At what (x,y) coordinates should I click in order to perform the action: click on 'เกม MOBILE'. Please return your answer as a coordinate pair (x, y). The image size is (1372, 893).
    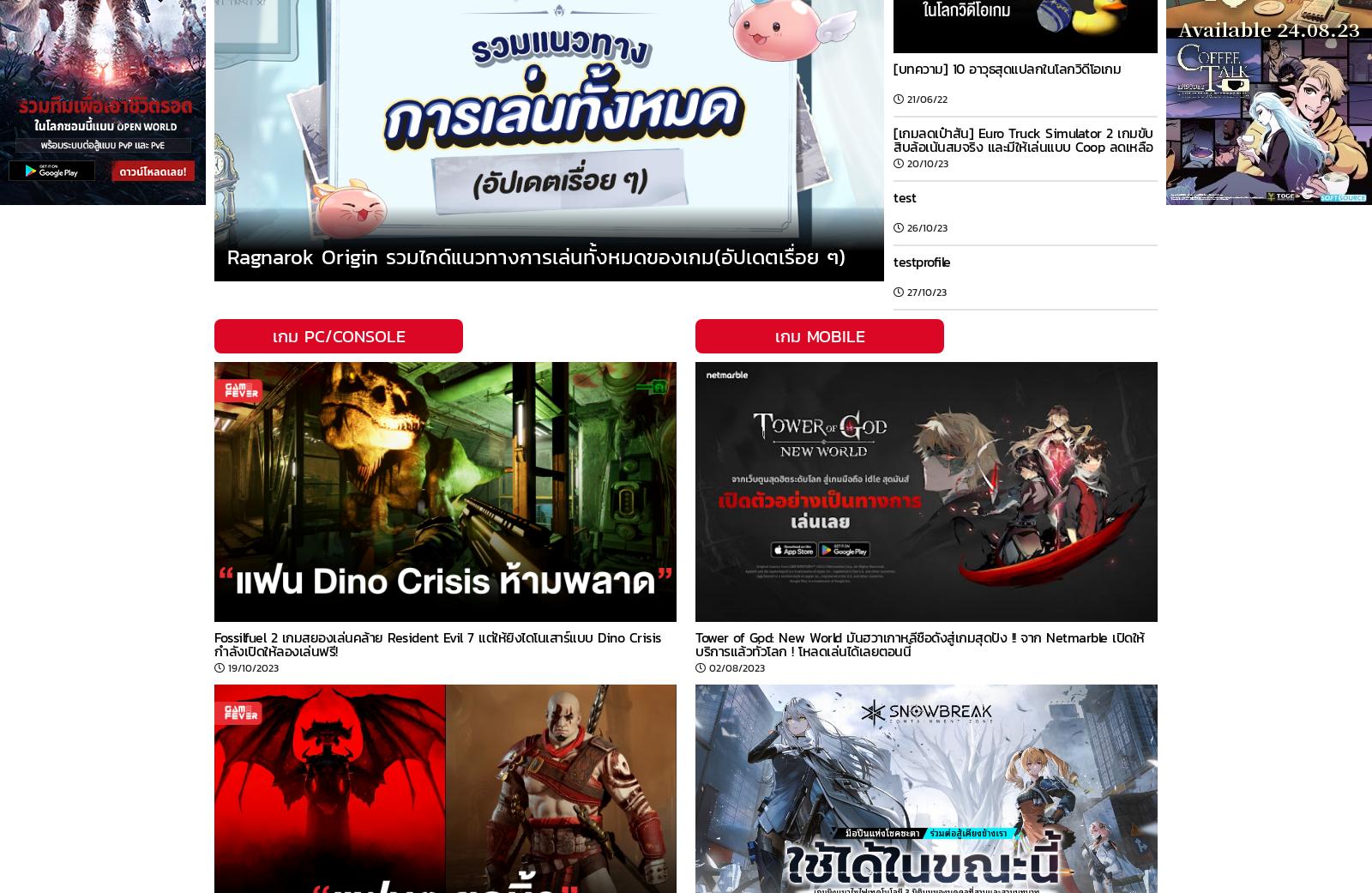
    Looking at the image, I should click on (818, 336).